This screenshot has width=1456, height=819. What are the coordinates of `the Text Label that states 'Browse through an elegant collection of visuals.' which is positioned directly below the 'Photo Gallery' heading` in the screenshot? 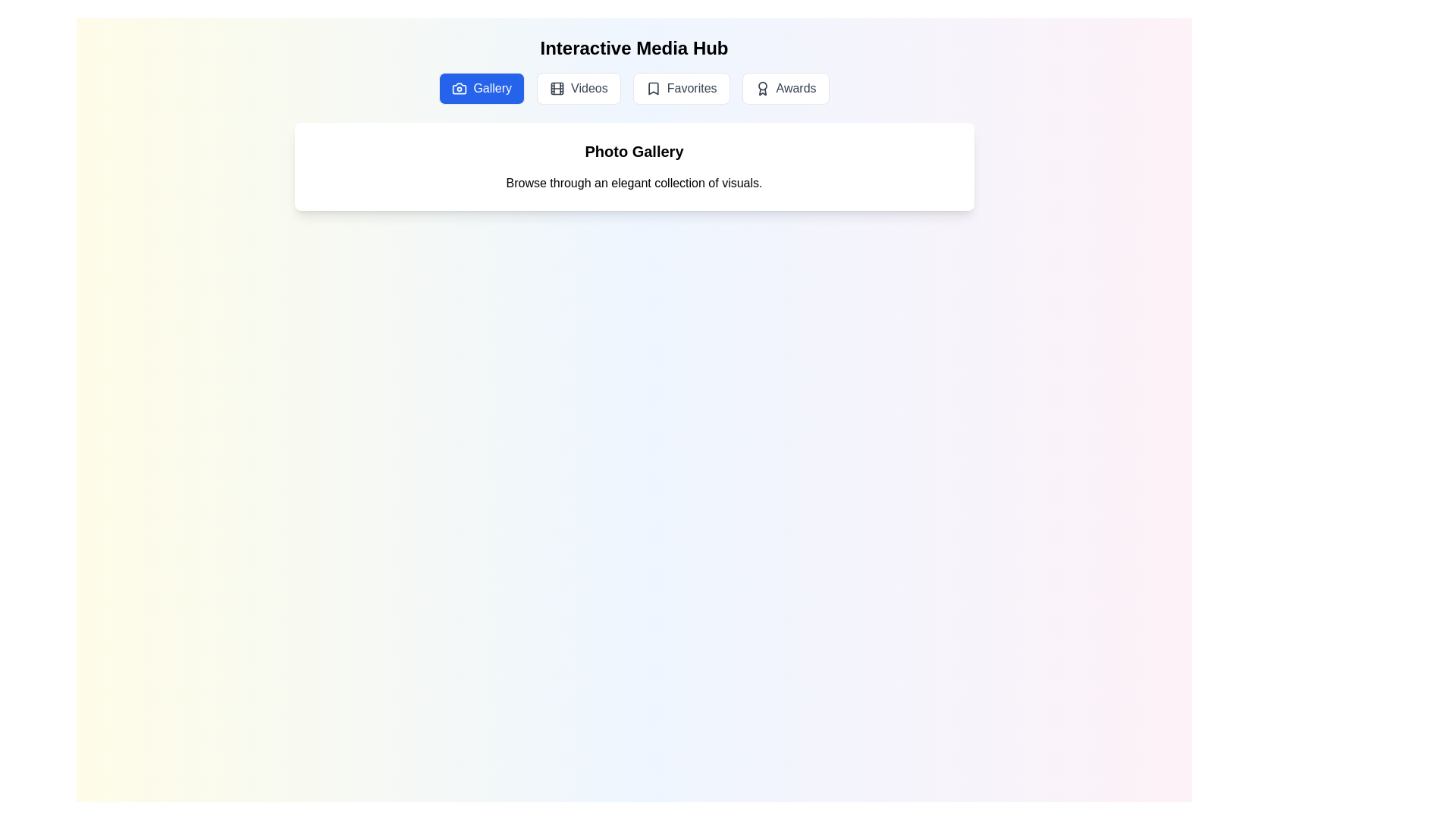 It's located at (634, 183).